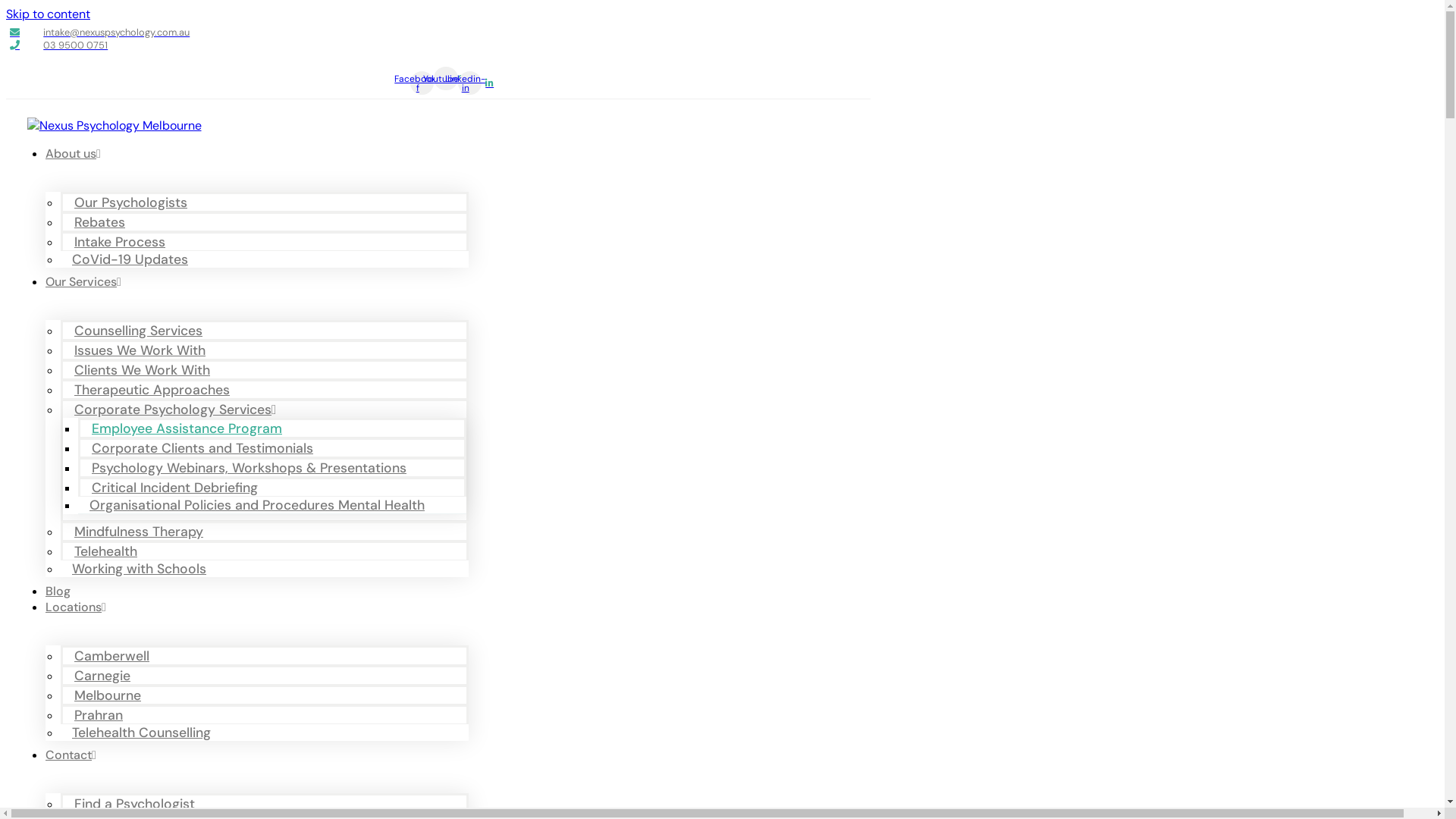 Image resolution: width=1456 pixels, height=819 pixels. Describe the element at coordinates (206, 447) in the screenshot. I see `'Corporate Clients and Testimonials'` at that location.